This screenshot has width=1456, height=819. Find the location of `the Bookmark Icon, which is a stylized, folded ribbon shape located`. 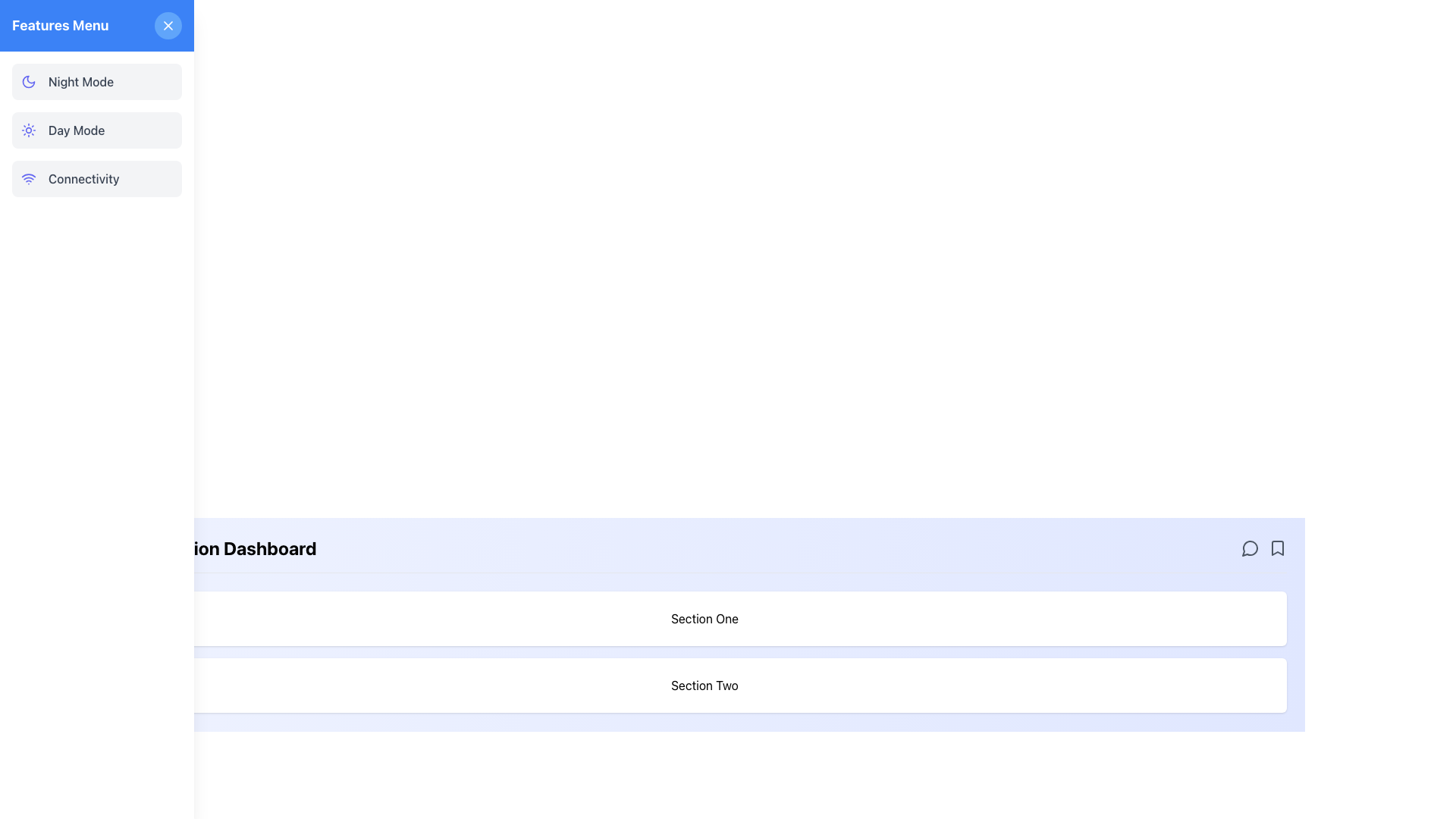

the Bookmark Icon, which is a stylized, folded ribbon shape located is located at coordinates (1276, 548).